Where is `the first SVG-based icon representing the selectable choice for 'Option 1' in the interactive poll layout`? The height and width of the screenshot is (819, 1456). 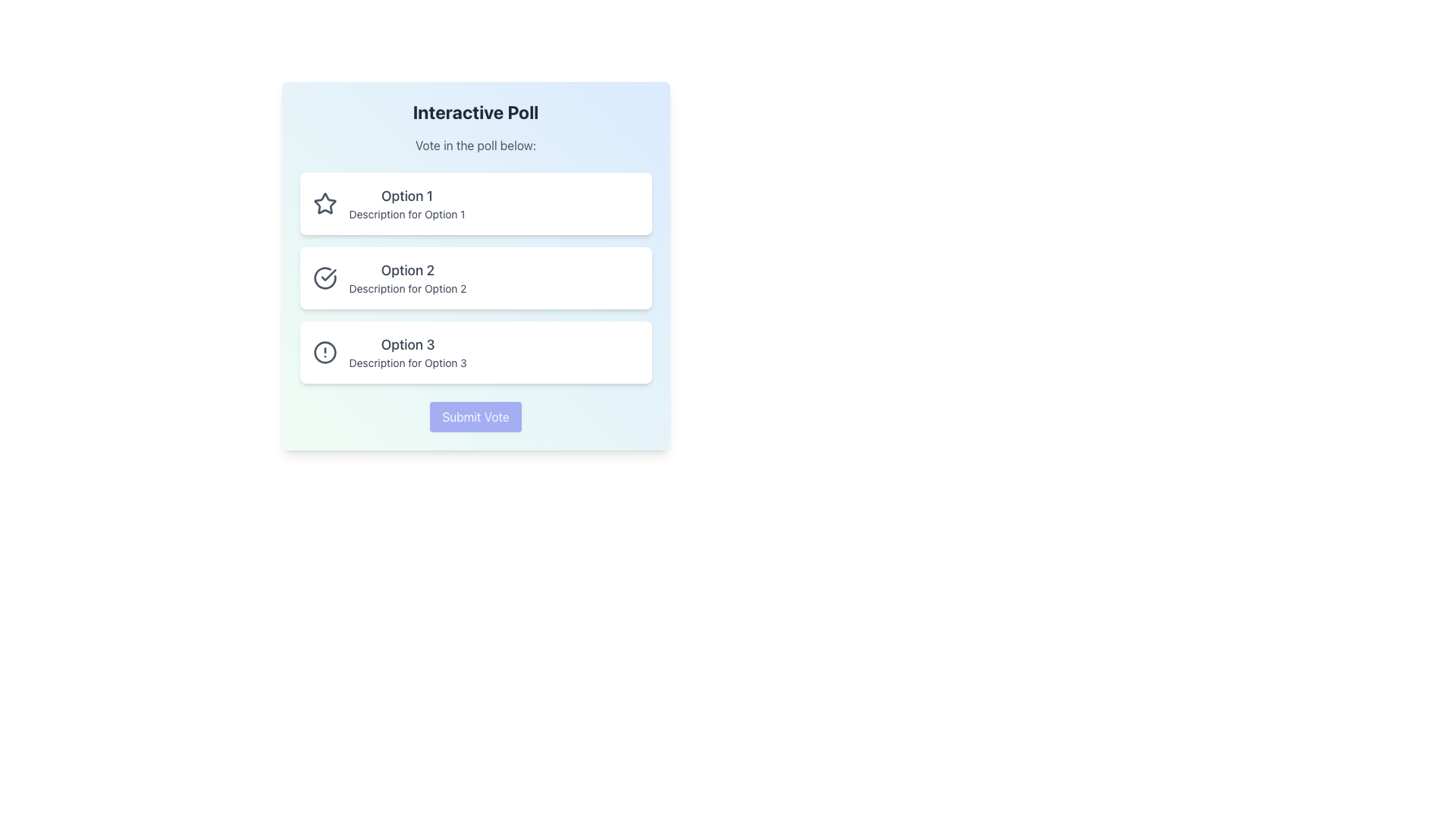
the first SVG-based icon representing the selectable choice for 'Option 1' in the interactive poll layout is located at coordinates (323, 202).